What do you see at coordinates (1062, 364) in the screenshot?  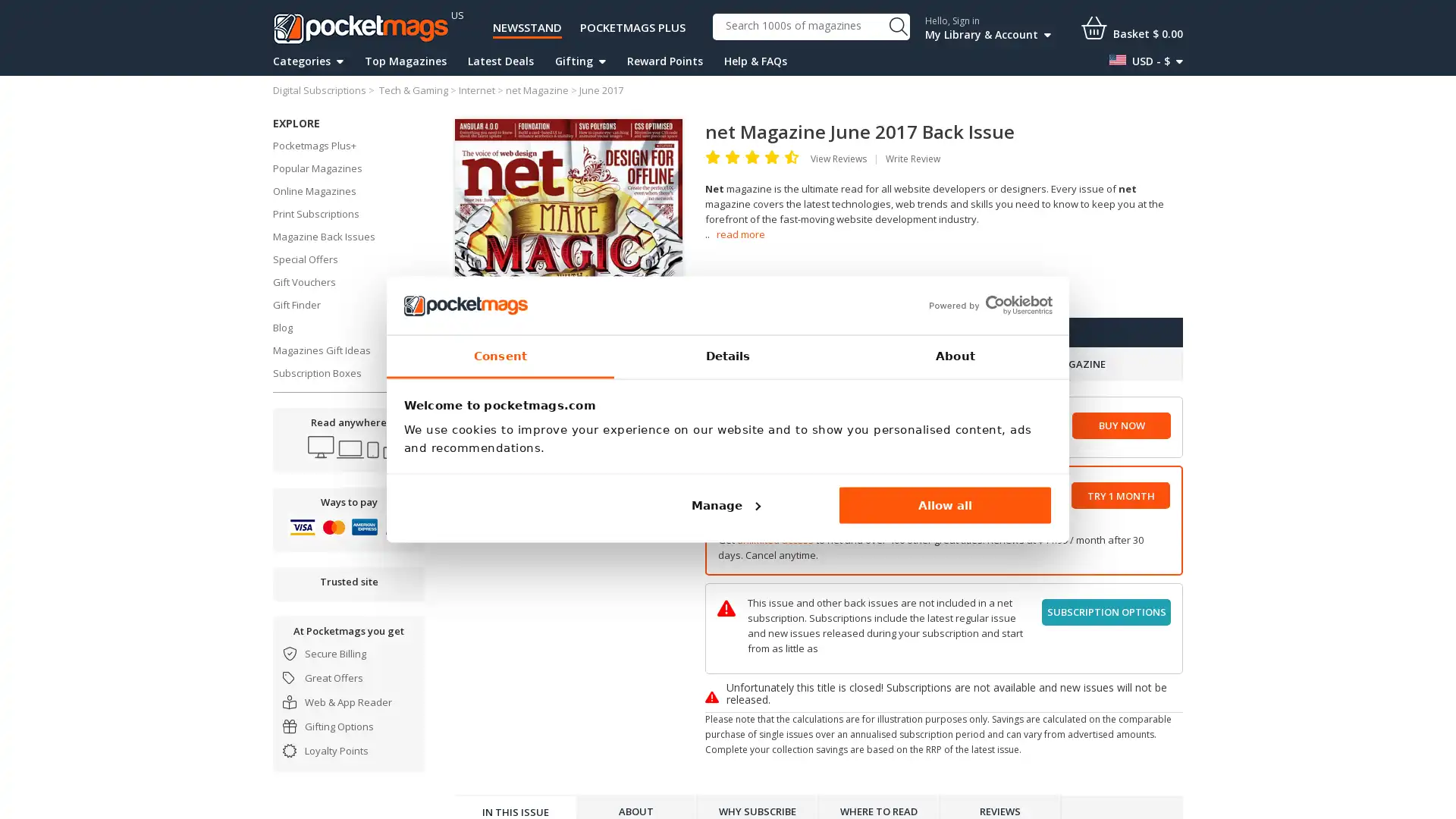 I see `PRINT MAGAZINE` at bounding box center [1062, 364].